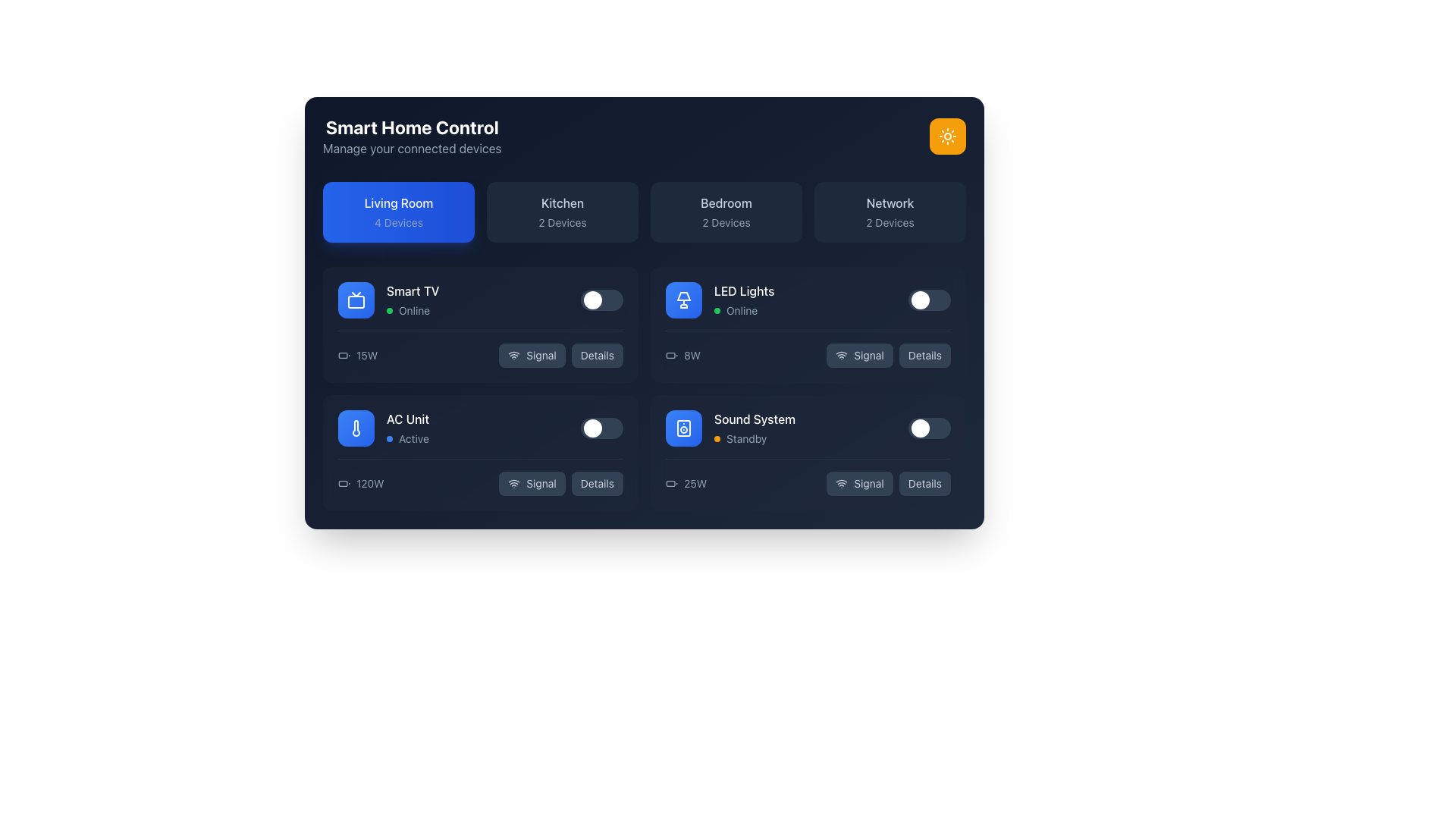 The width and height of the screenshot is (1456, 819). Describe the element at coordinates (407, 438) in the screenshot. I see `the Status indicator displaying 'Active' next to a small, rounded blue dot, located in the bottom-left quadrant of the AC Unit card` at that location.